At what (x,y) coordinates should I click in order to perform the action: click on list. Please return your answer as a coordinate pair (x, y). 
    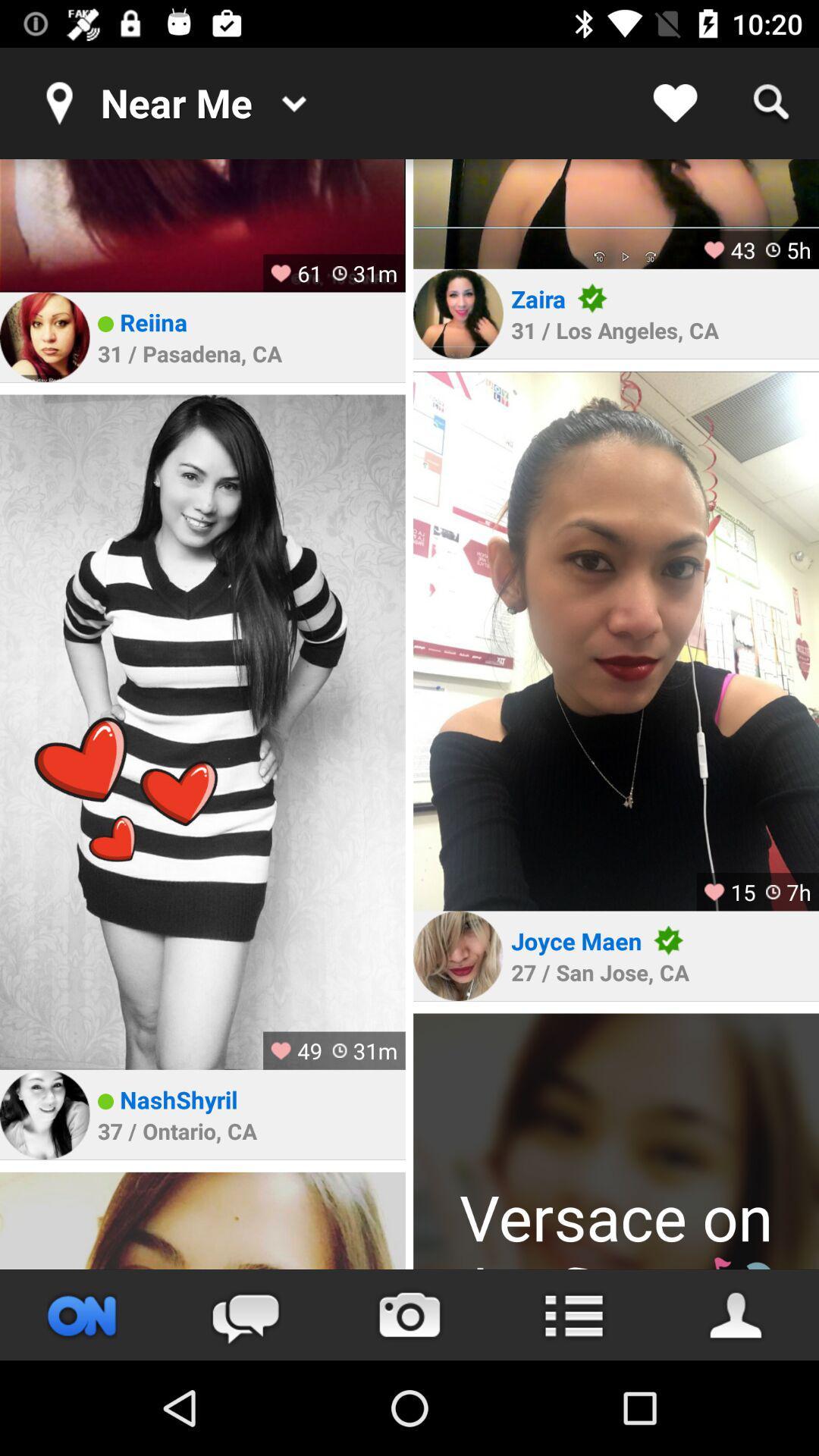
    Looking at the image, I should click on (573, 1314).